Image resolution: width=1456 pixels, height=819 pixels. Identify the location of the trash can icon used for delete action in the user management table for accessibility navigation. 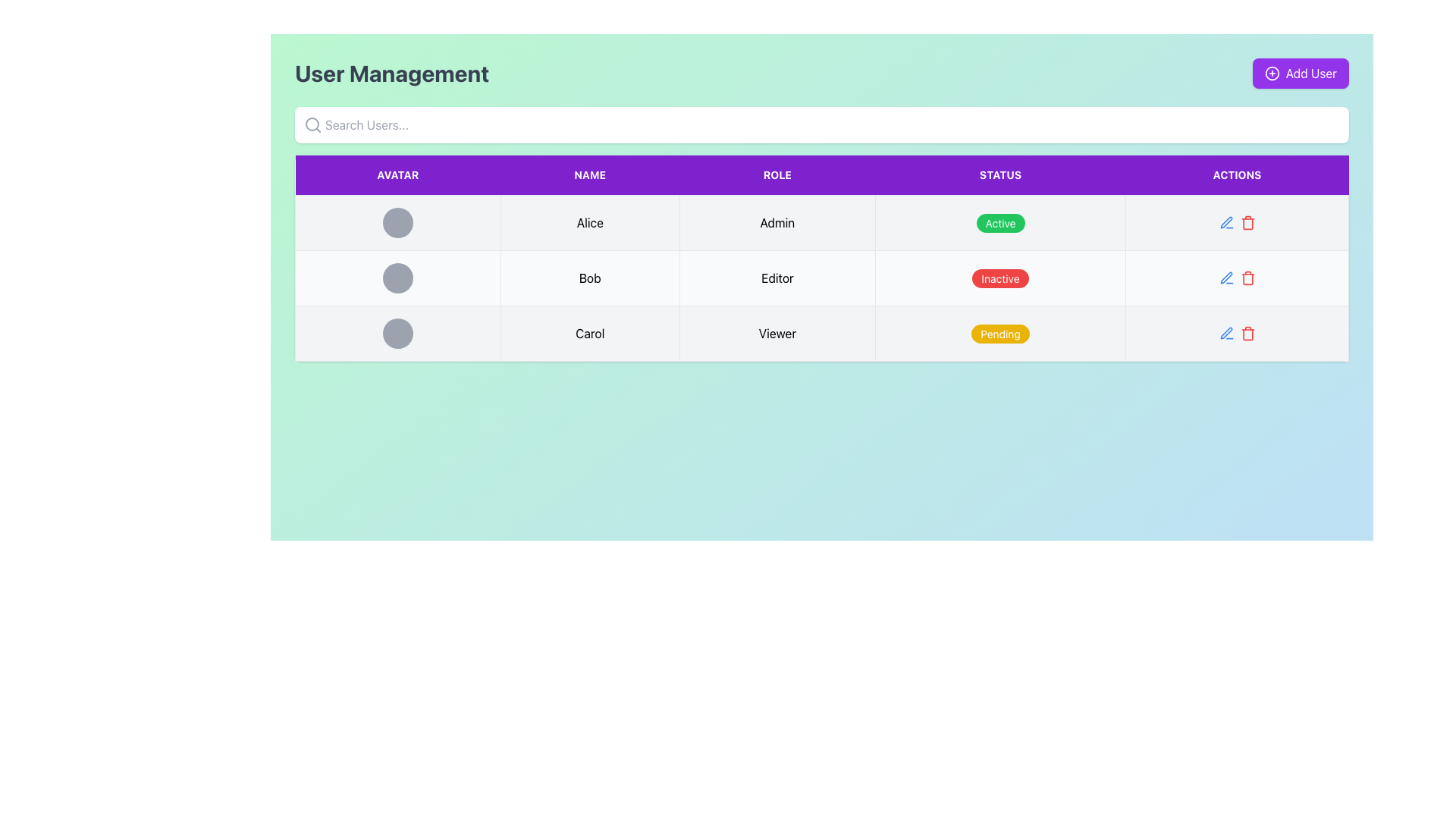
(1247, 334).